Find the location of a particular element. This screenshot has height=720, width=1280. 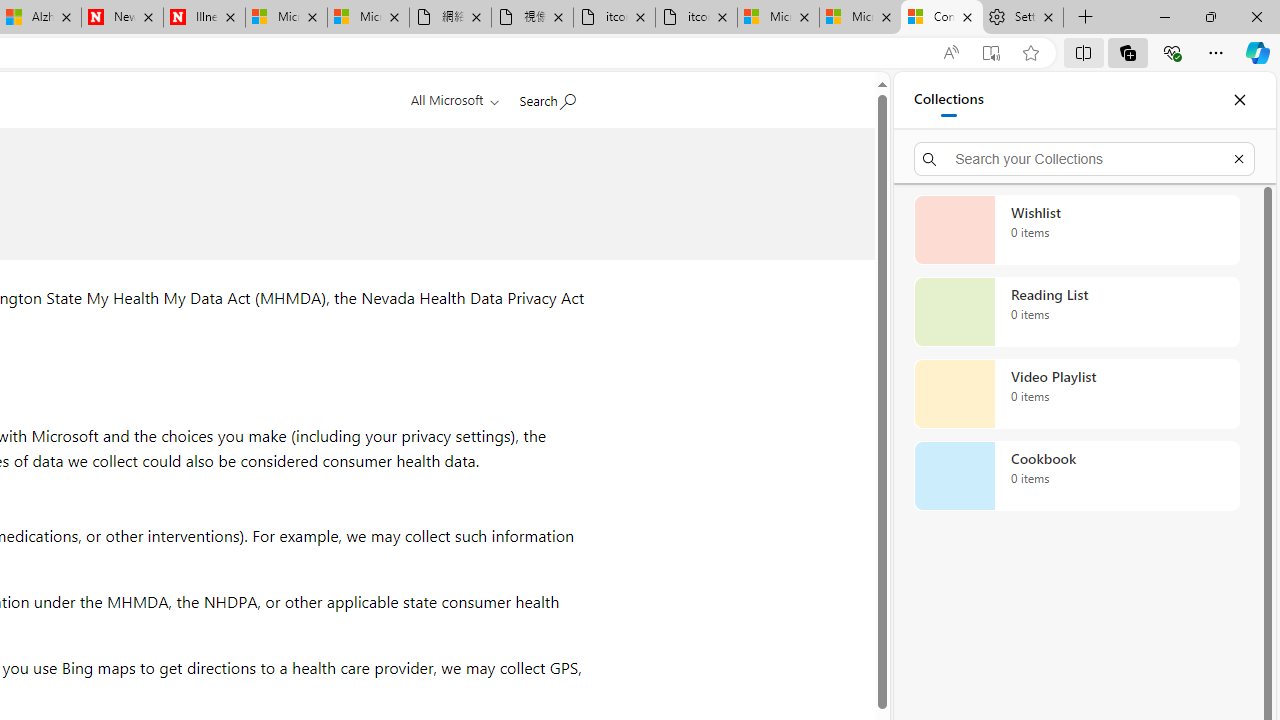

'Search your Collections' is located at coordinates (1083, 158).